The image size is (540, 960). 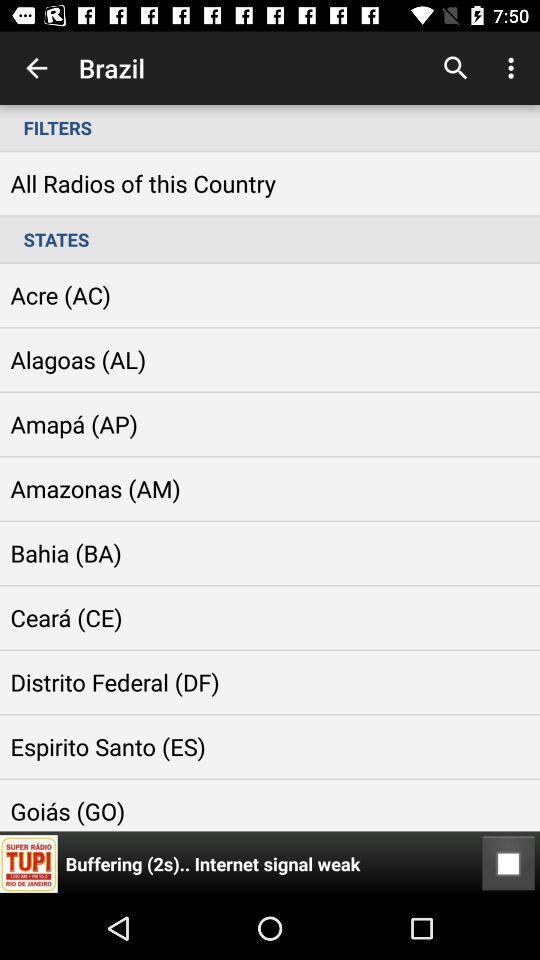 I want to click on the item above filters, so click(x=513, y=68).